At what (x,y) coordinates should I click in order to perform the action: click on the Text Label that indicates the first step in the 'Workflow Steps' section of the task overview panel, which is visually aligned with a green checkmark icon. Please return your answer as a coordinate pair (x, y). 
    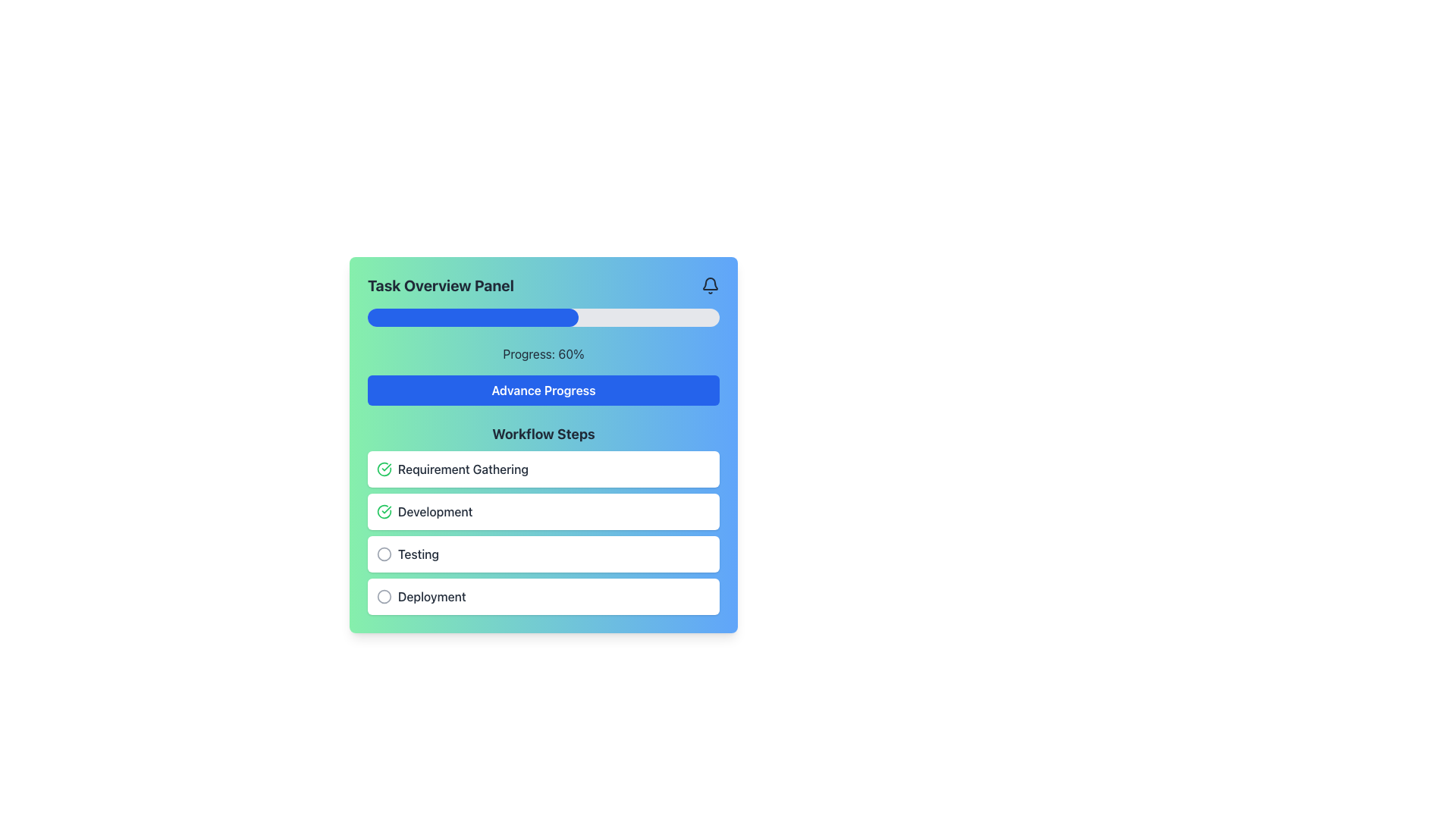
    Looking at the image, I should click on (462, 468).